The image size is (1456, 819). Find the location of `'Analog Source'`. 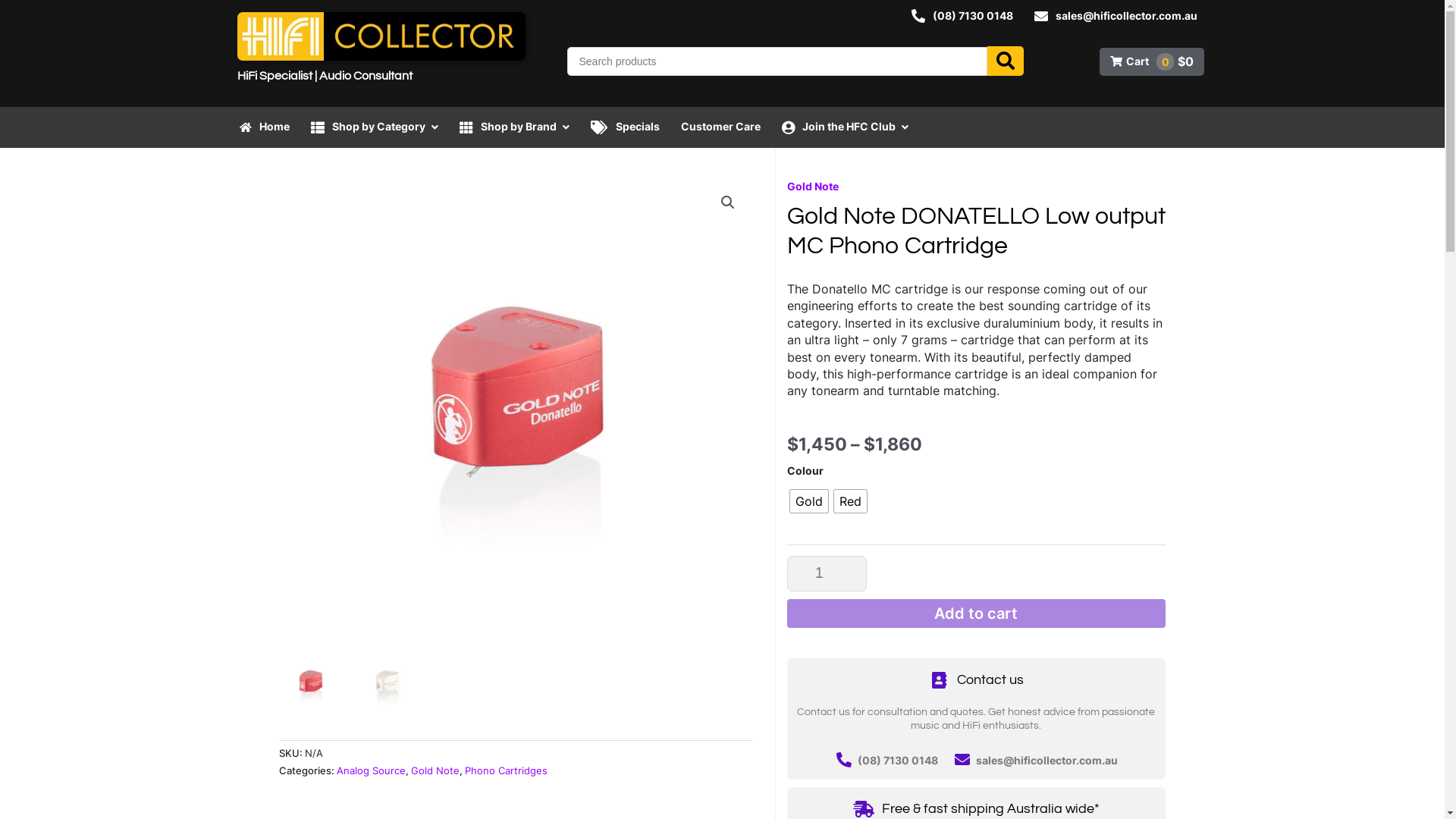

'Analog Source' is located at coordinates (371, 770).